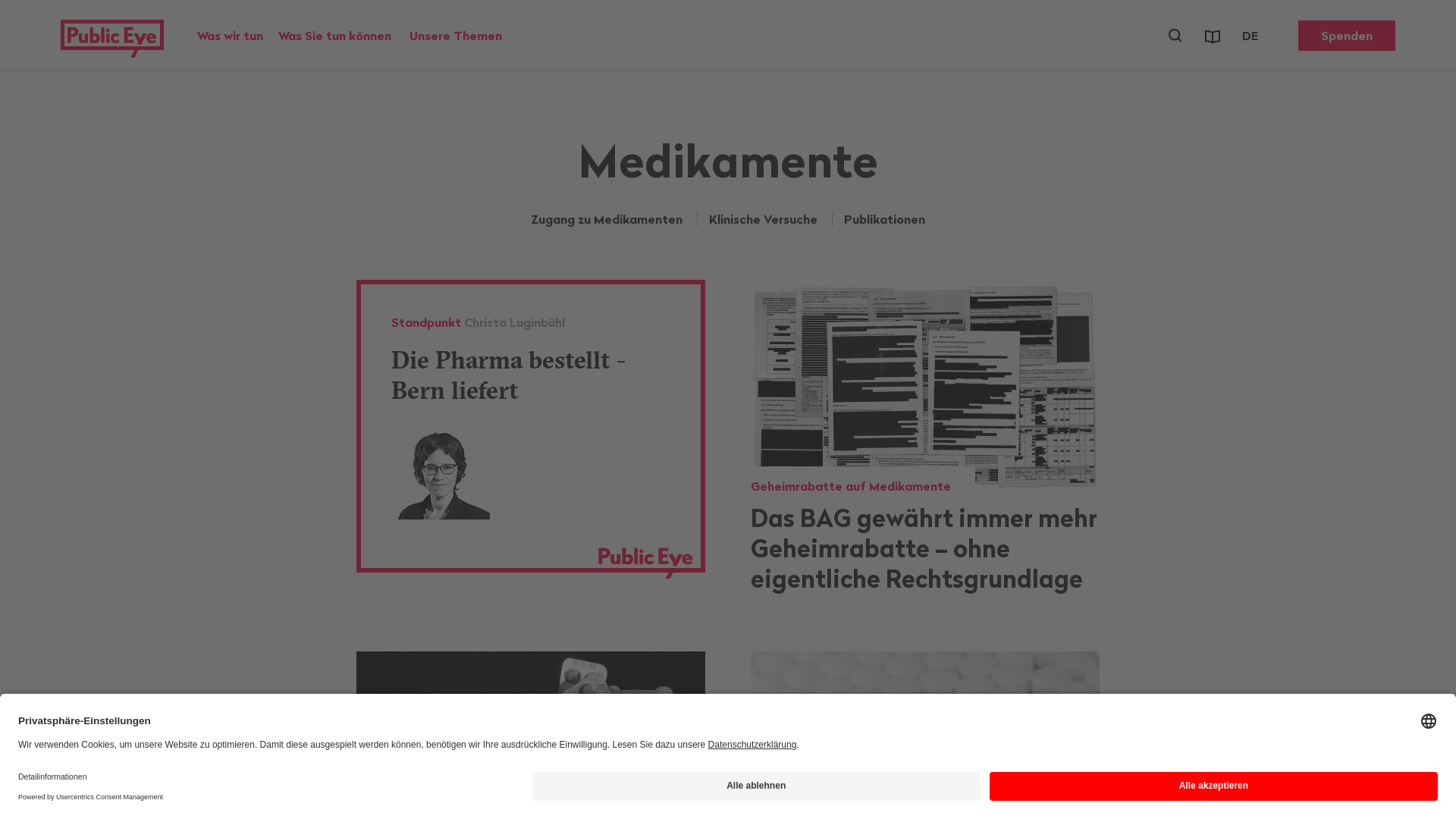 This screenshot has height=819, width=1456. Describe the element at coordinates (409, 34) in the screenshot. I see `'Unsere Themen` at that location.